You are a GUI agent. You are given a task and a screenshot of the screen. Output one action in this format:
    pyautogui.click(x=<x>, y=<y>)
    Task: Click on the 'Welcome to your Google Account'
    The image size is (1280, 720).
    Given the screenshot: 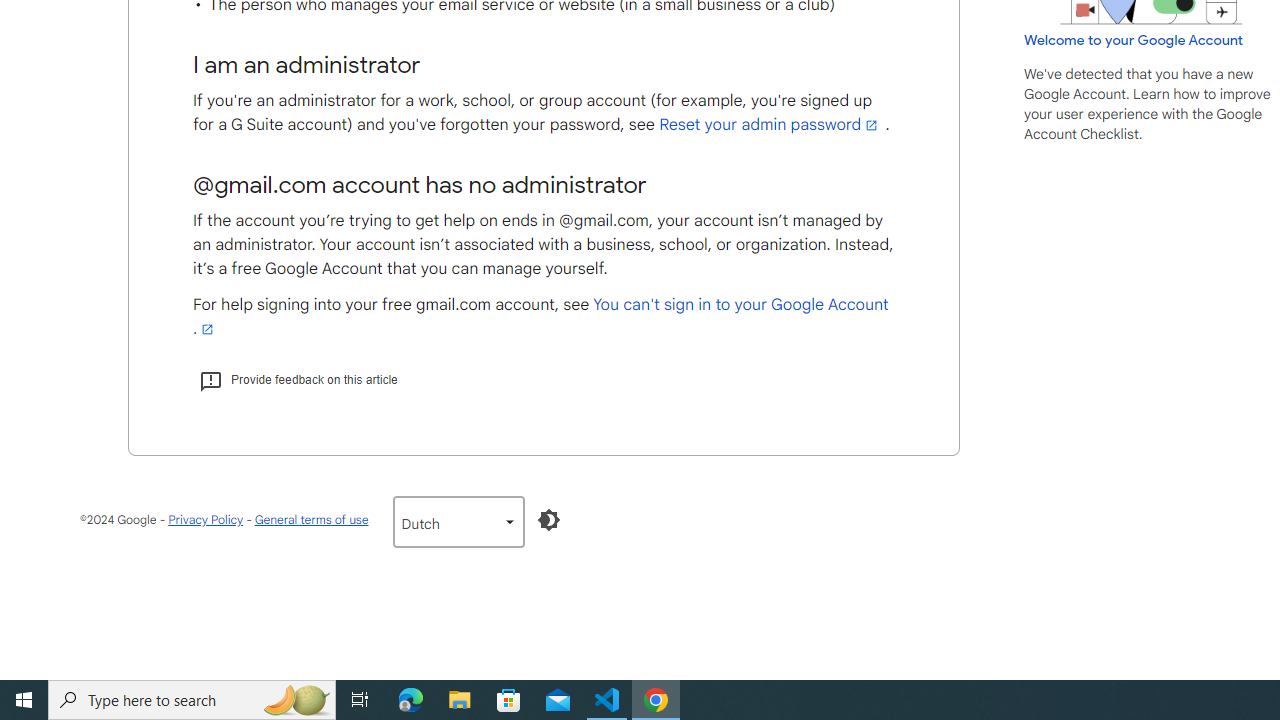 What is the action you would take?
    pyautogui.click(x=1134, y=39)
    